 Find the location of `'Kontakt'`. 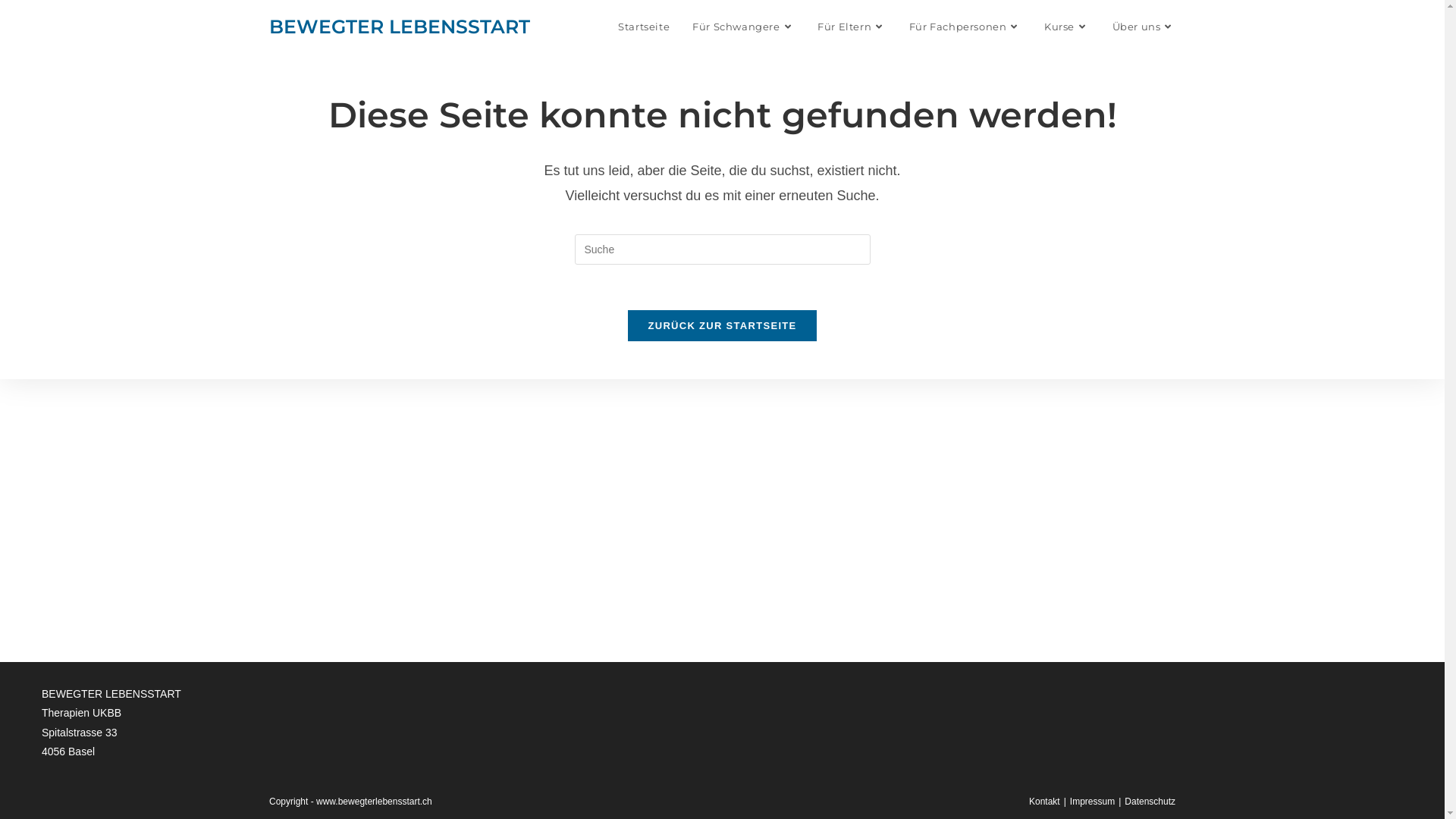

'Kontakt' is located at coordinates (1043, 800).